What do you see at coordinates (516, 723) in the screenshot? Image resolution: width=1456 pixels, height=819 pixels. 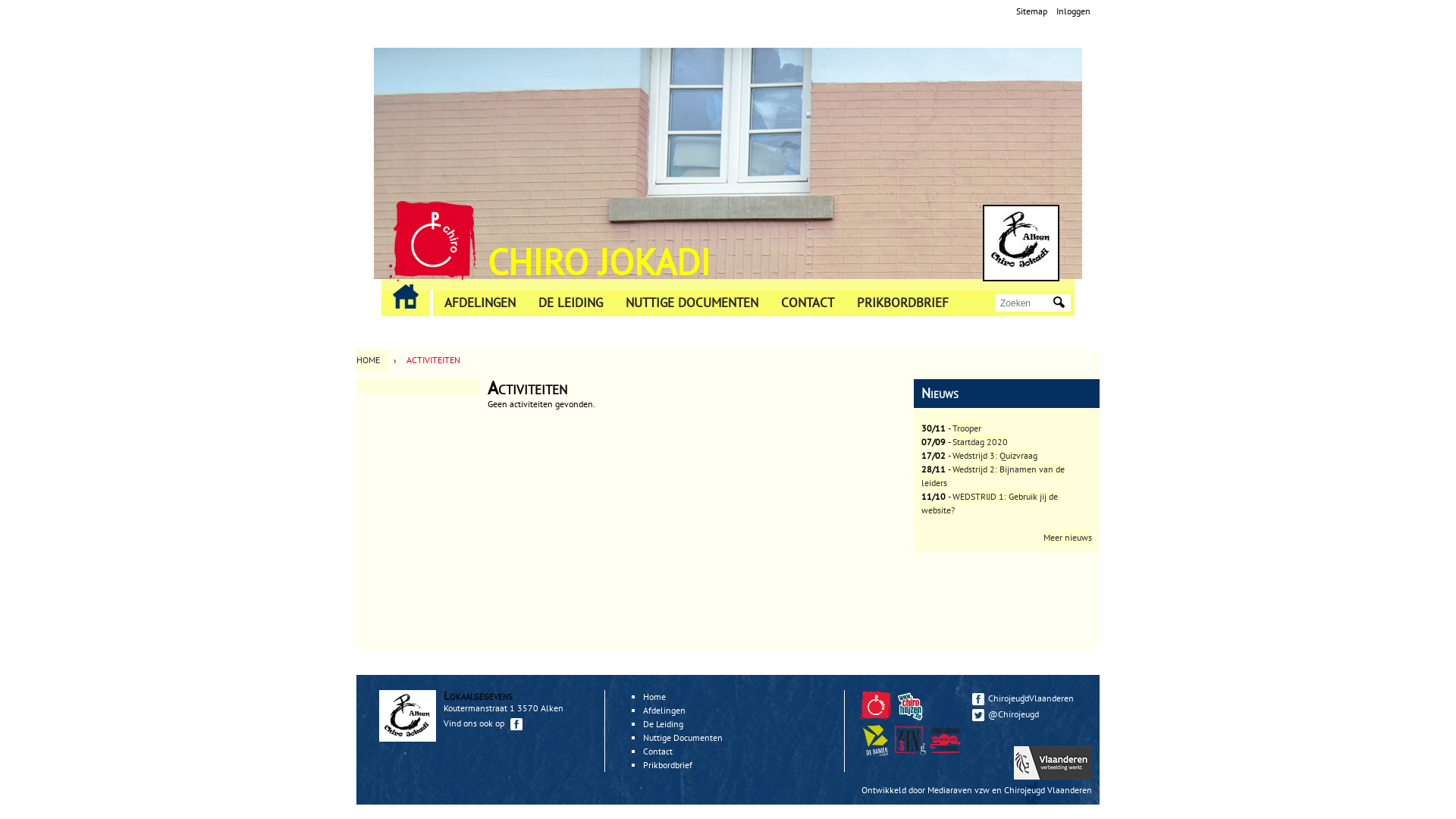 I see `'Facebook'` at bounding box center [516, 723].